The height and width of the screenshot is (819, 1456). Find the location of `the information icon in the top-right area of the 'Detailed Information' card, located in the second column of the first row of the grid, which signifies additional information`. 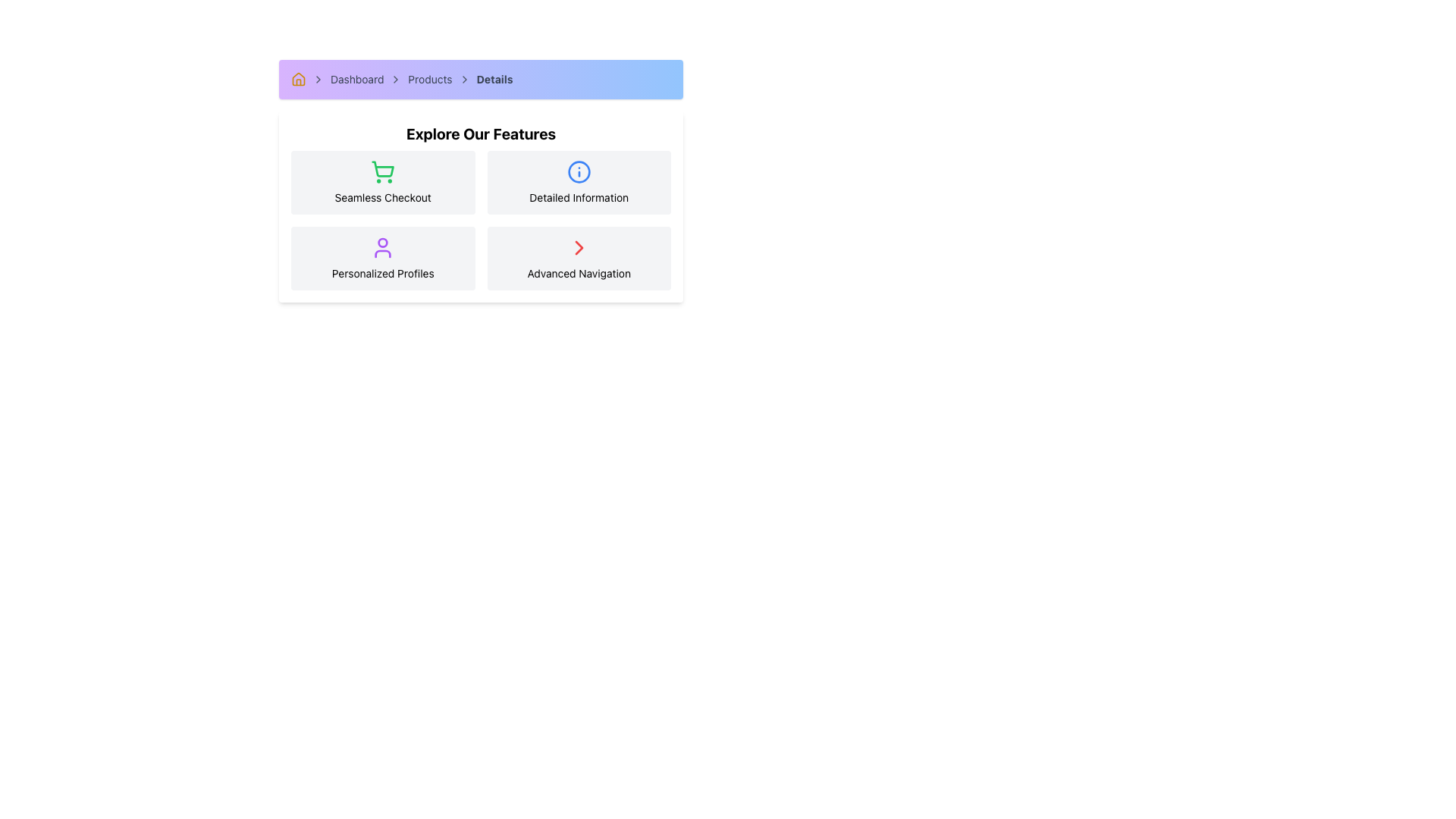

the information icon in the top-right area of the 'Detailed Information' card, located in the second column of the first row of the grid, which signifies additional information is located at coordinates (578, 171).